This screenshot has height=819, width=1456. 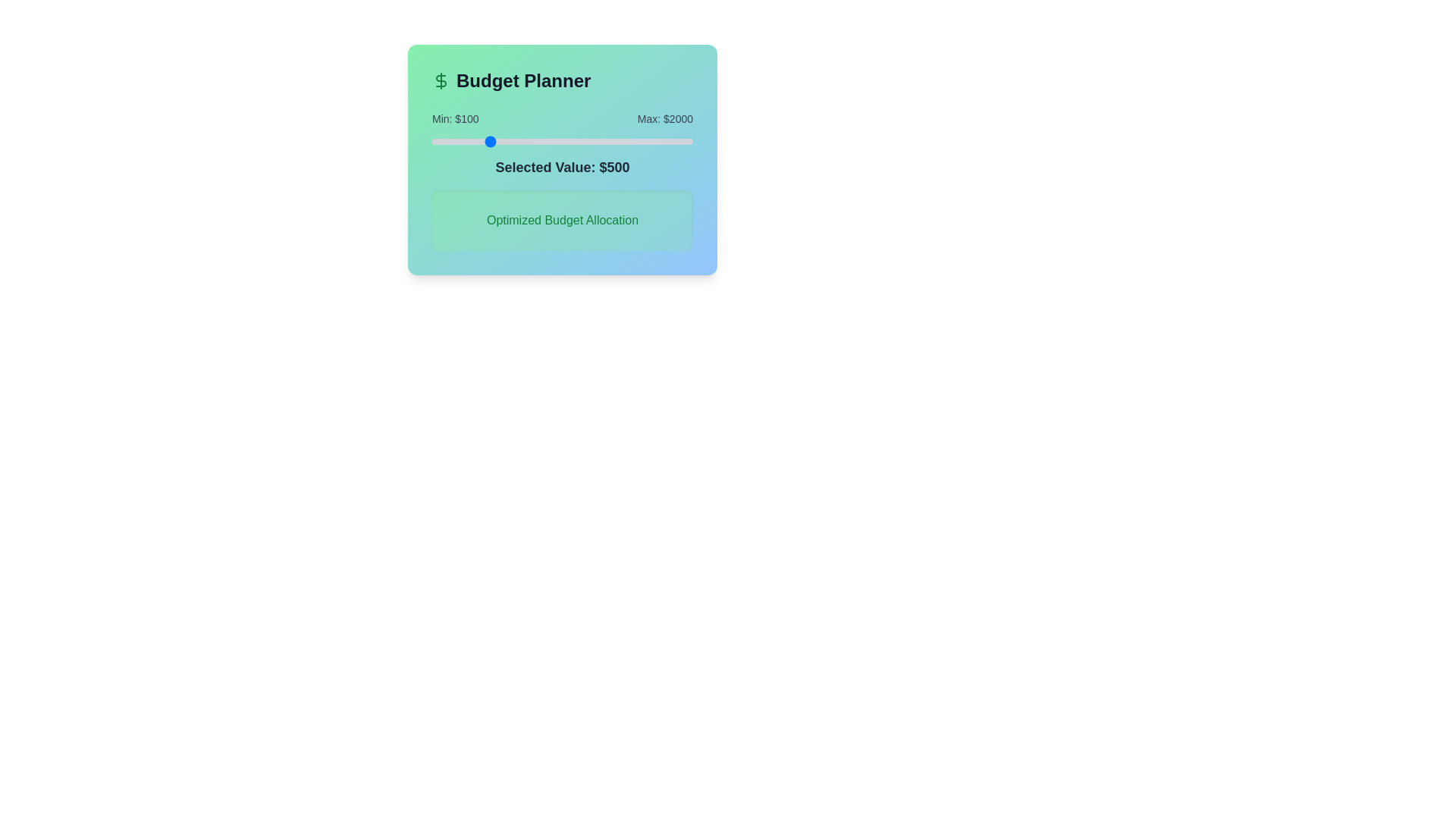 What do you see at coordinates (460, 141) in the screenshot?
I see `the slider to the desired value 313` at bounding box center [460, 141].